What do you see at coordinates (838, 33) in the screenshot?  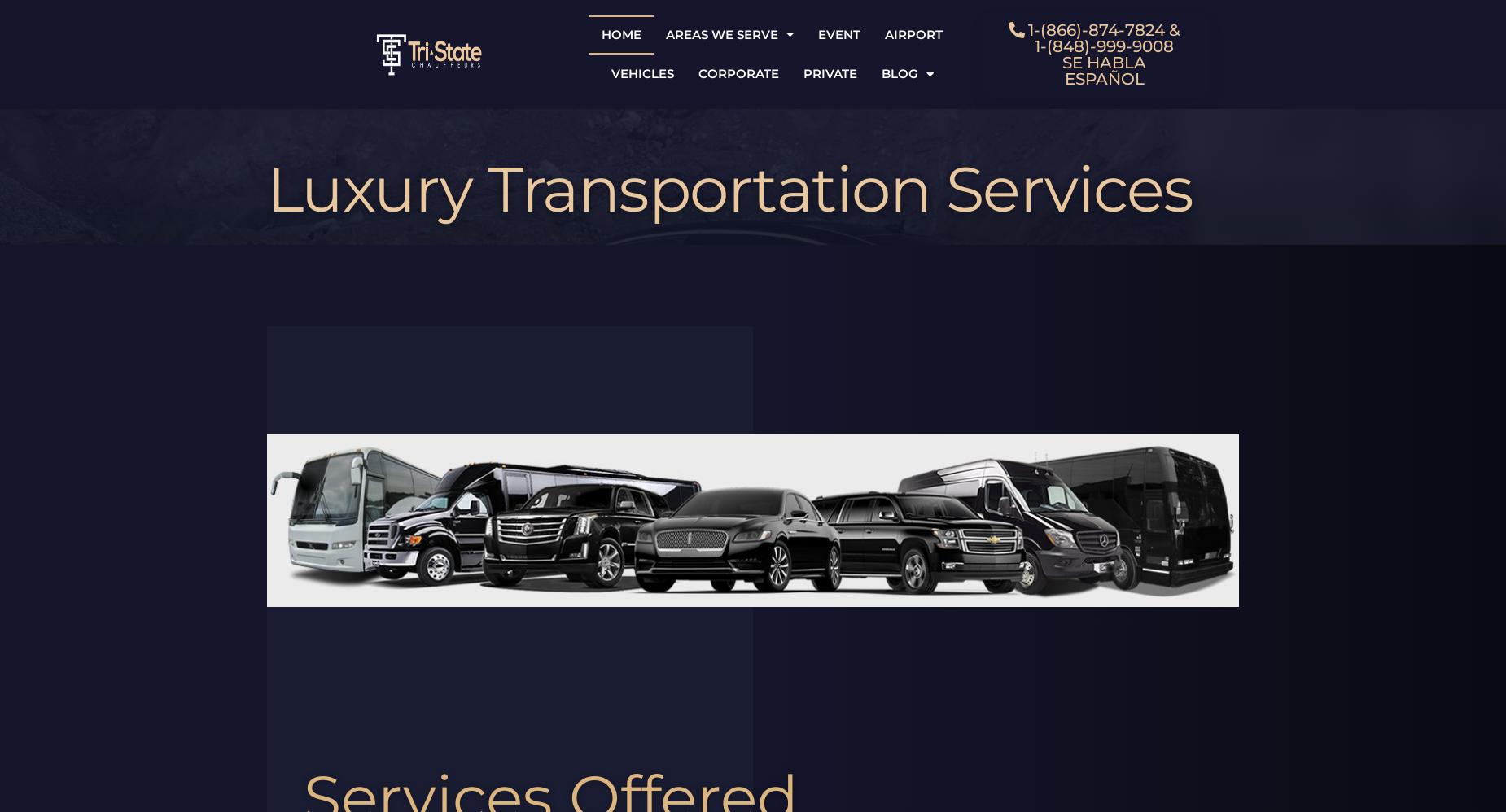 I see `'Event'` at bounding box center [838, 33].